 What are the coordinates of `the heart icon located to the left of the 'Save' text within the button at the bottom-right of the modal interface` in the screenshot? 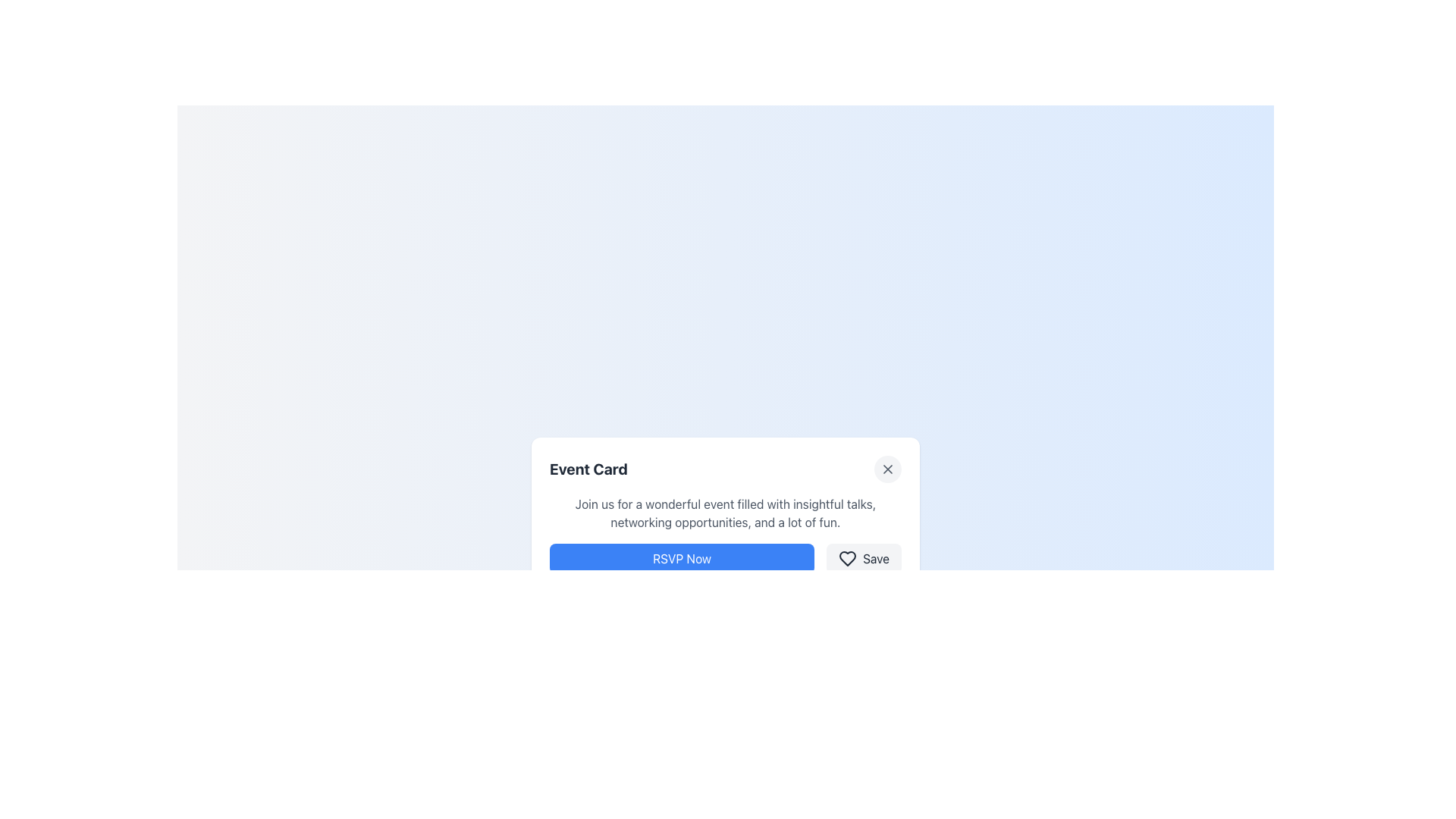 It's located at (847, 558).